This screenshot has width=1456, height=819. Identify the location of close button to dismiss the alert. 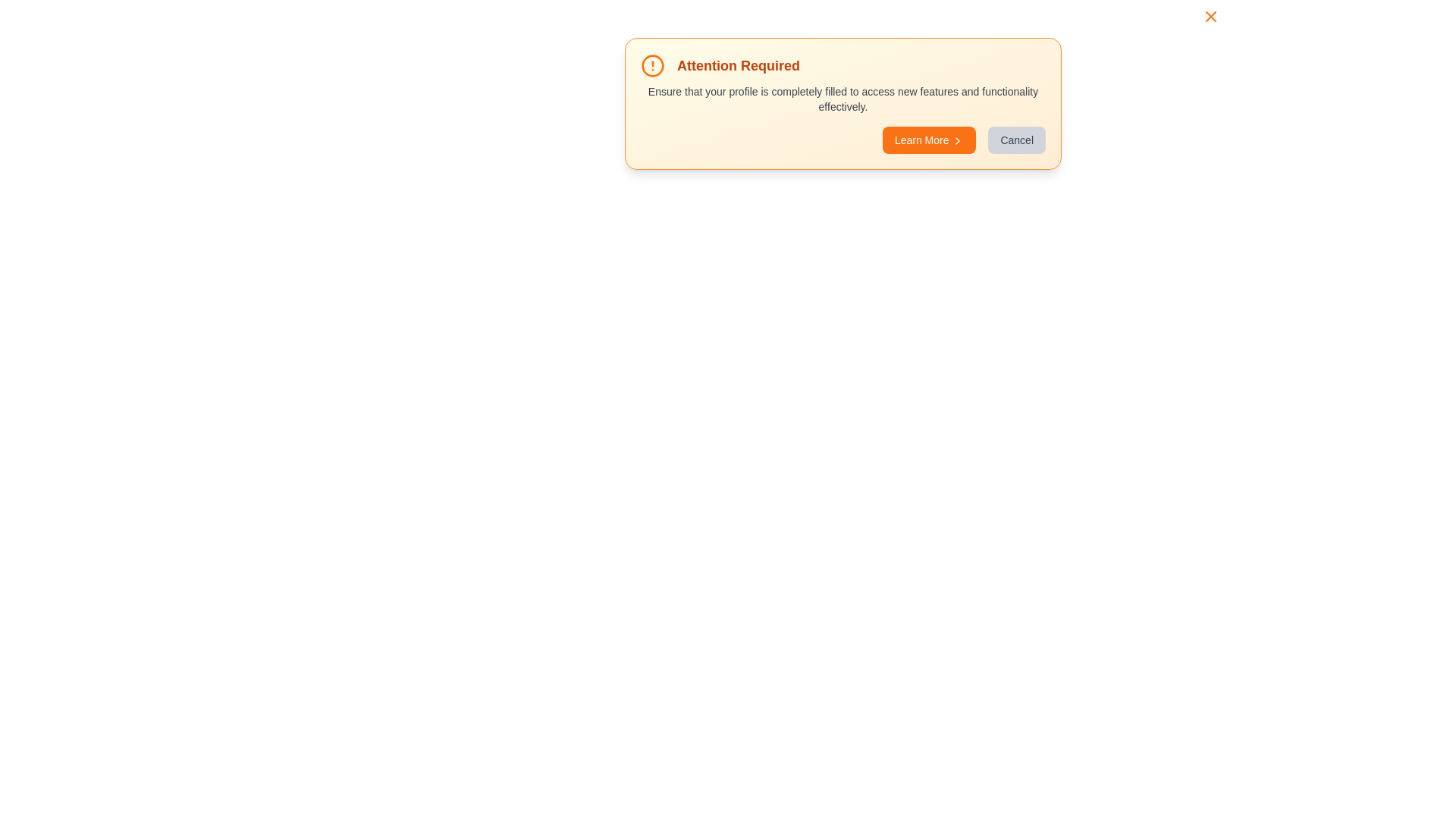
(1210, 17).